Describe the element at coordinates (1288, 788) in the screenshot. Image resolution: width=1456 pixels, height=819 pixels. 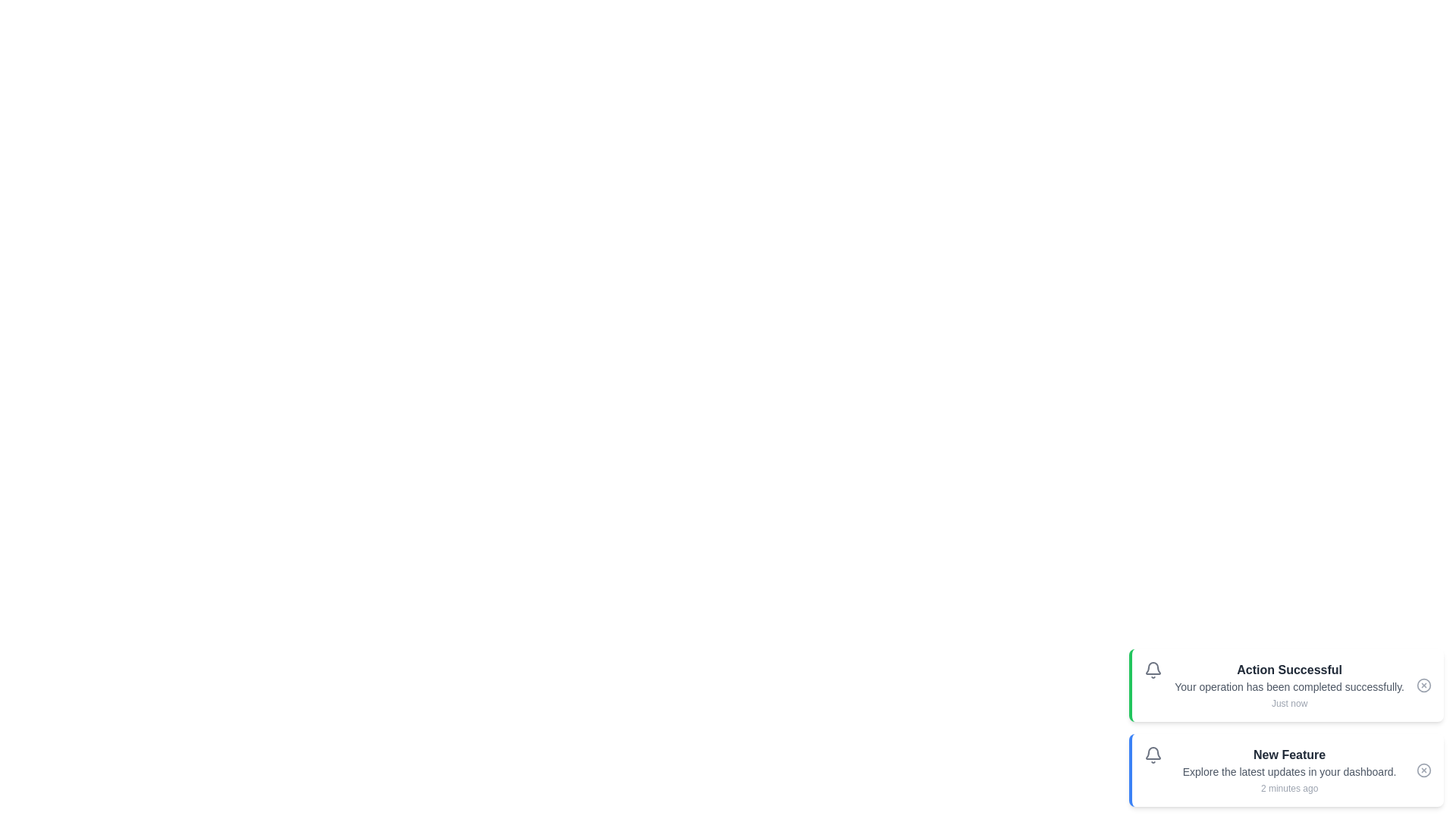
I see `the text label reading '2 minutes ago' located inside the second notification card, positioned below the description text 'Explore the latest updates in your dashboard.'` at that location.